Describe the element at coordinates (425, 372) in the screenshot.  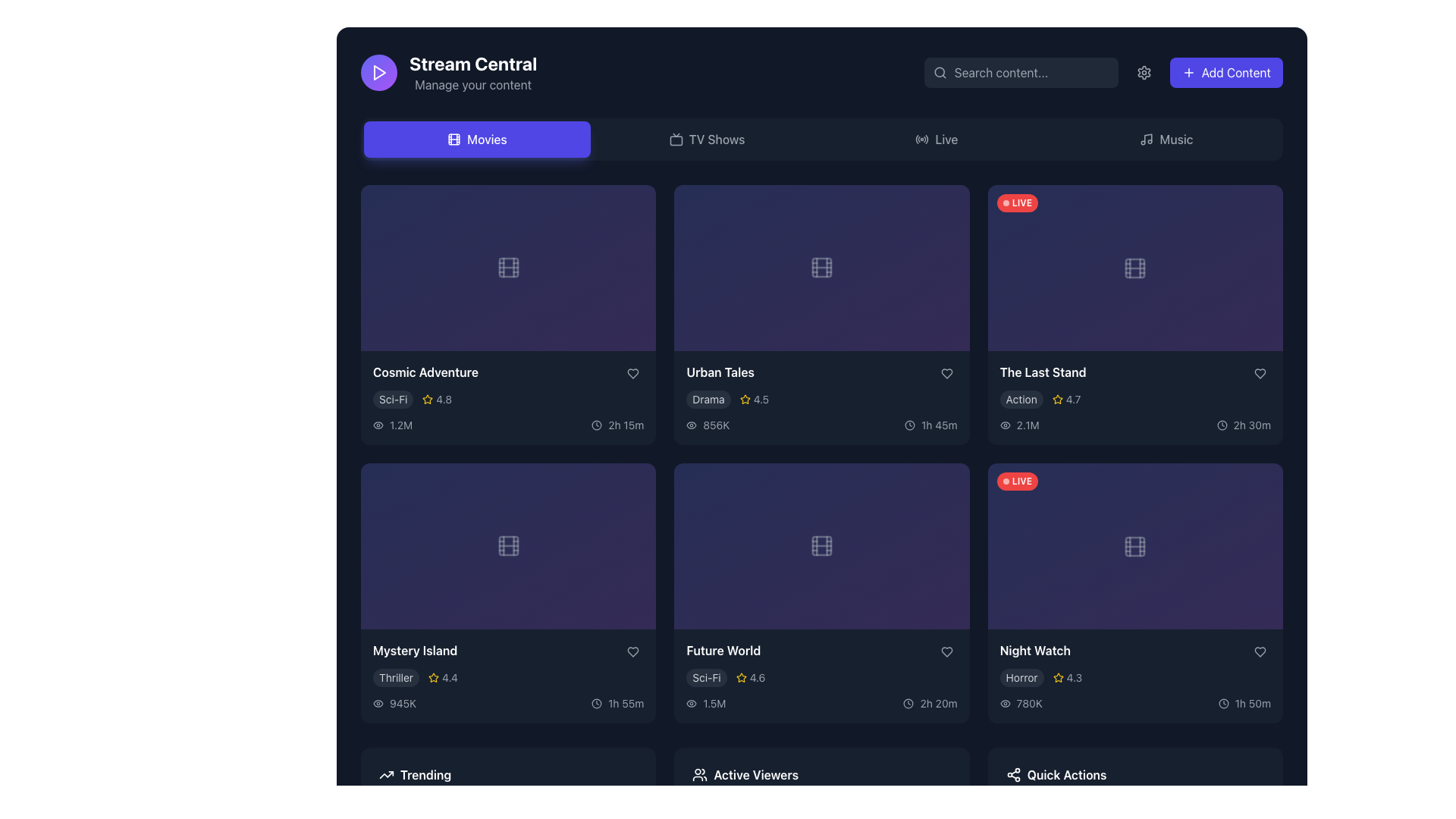
I see `text label that serves as the title for the movie entry located in the first item of the grid in the 'Movies' section, positioned just below the respective thumbnail` at that location.